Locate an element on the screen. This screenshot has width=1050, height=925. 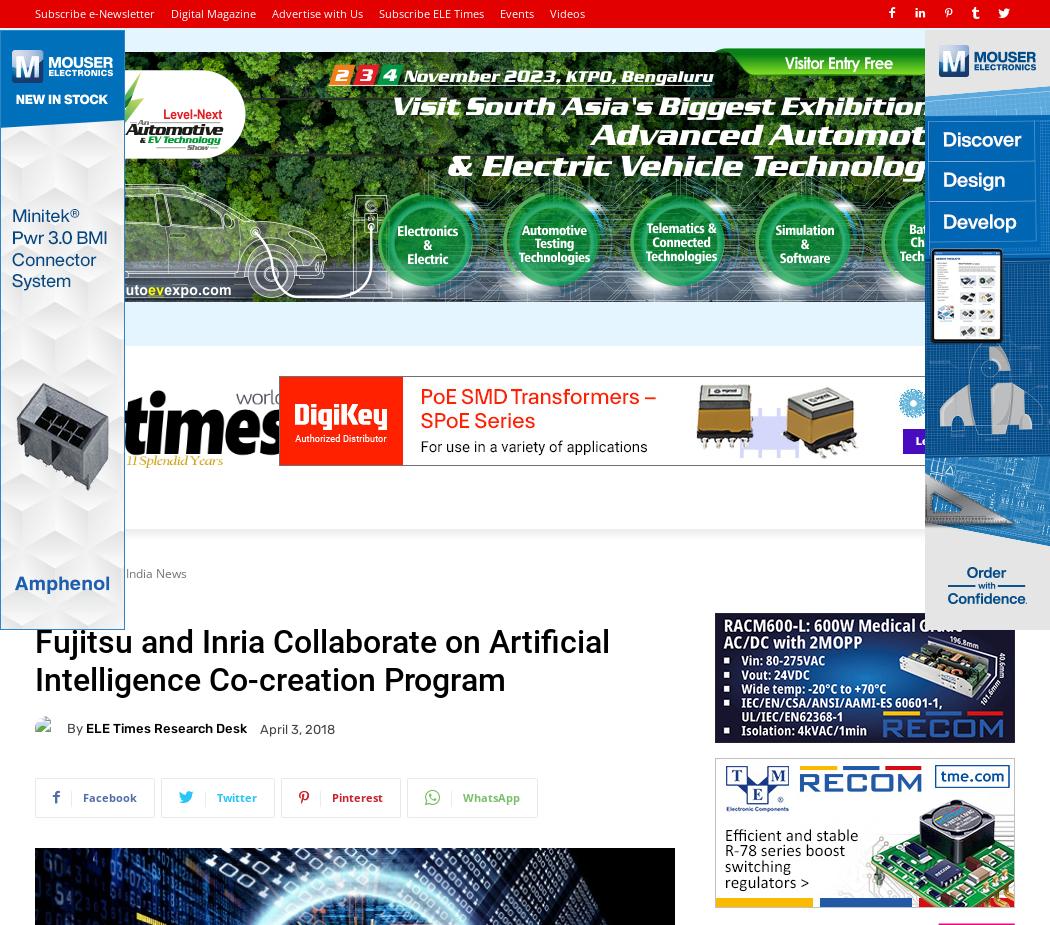
'Manufacturing' is located at coordinates (483, 504).